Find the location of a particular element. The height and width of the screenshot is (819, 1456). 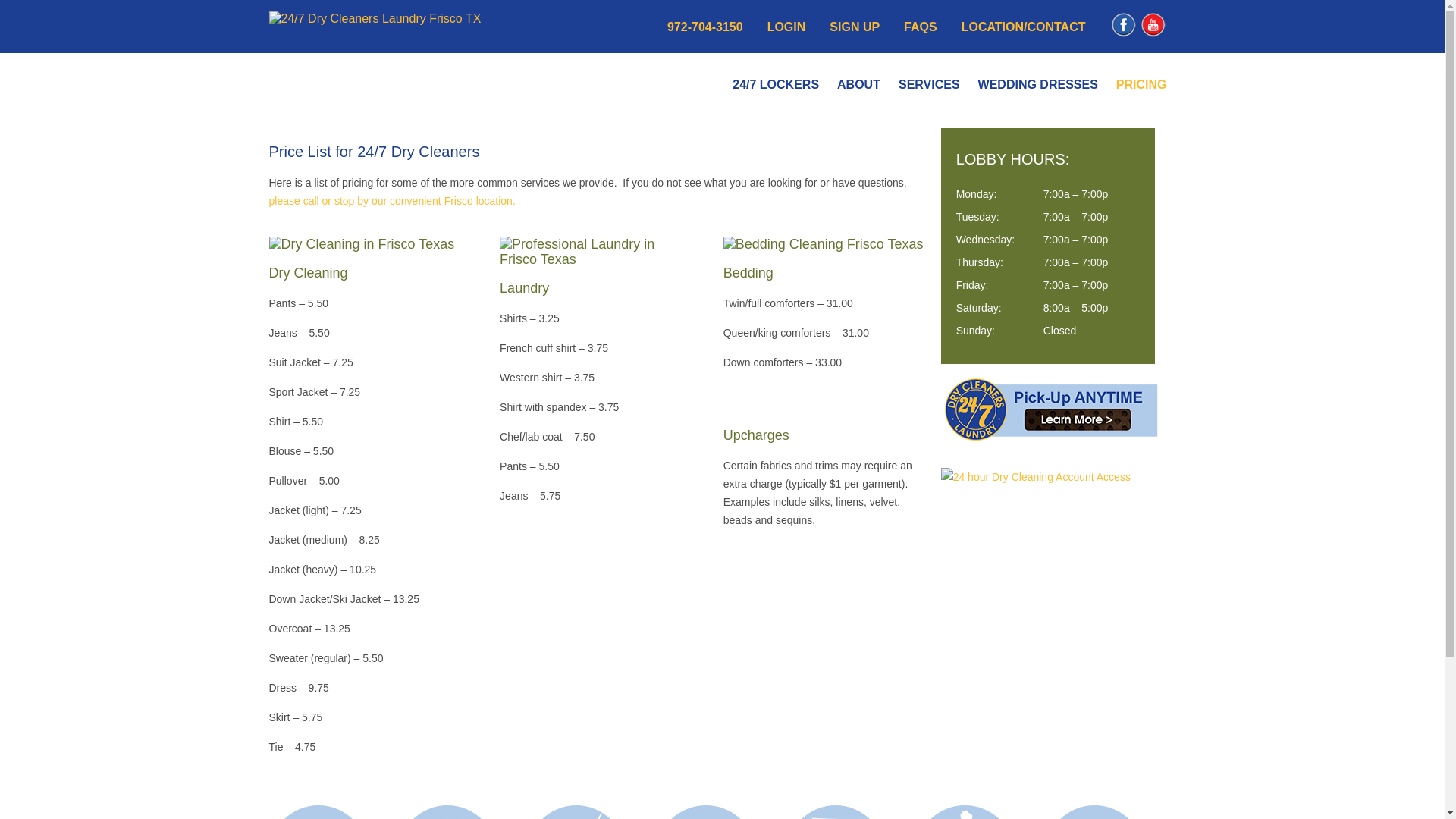

'LOGIN' is located at coordinates (767, 27).